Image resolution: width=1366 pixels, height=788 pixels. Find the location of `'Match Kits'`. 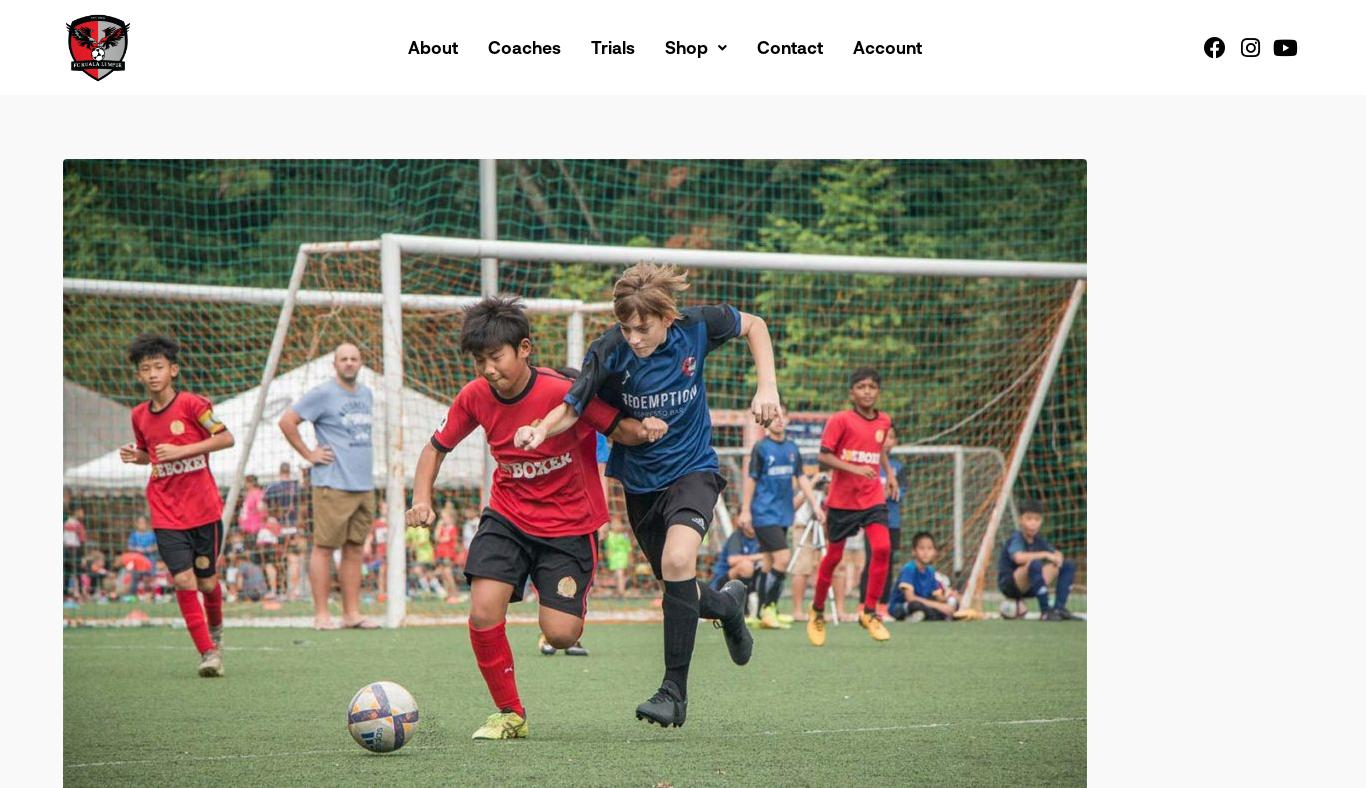

'Match Kits' is located at coordinates (685, 93).